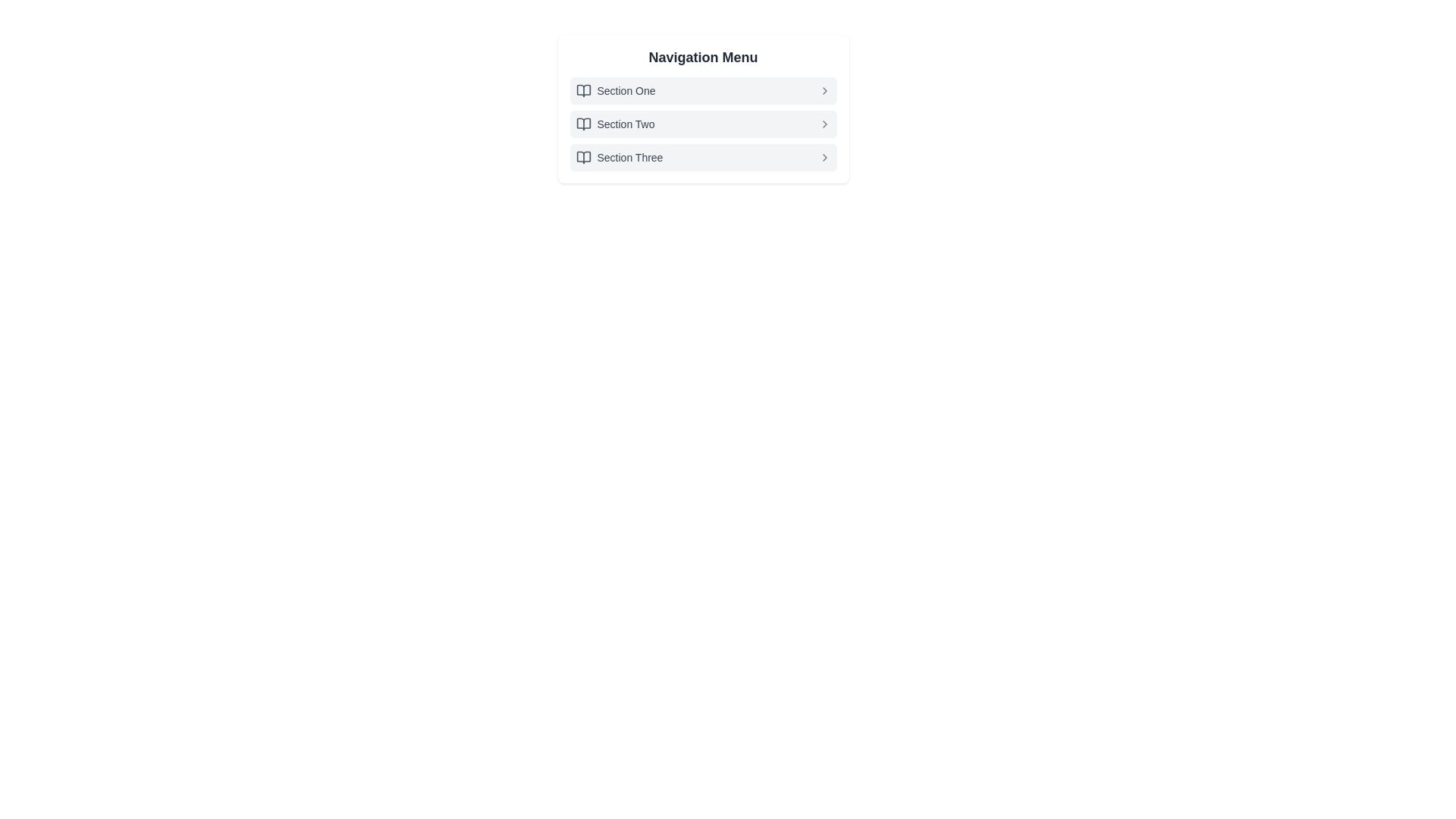  Describe the element at coordinates (702, 124) in the screenshot. I see `the second list item within the 'Navigation Menu'` at that location.